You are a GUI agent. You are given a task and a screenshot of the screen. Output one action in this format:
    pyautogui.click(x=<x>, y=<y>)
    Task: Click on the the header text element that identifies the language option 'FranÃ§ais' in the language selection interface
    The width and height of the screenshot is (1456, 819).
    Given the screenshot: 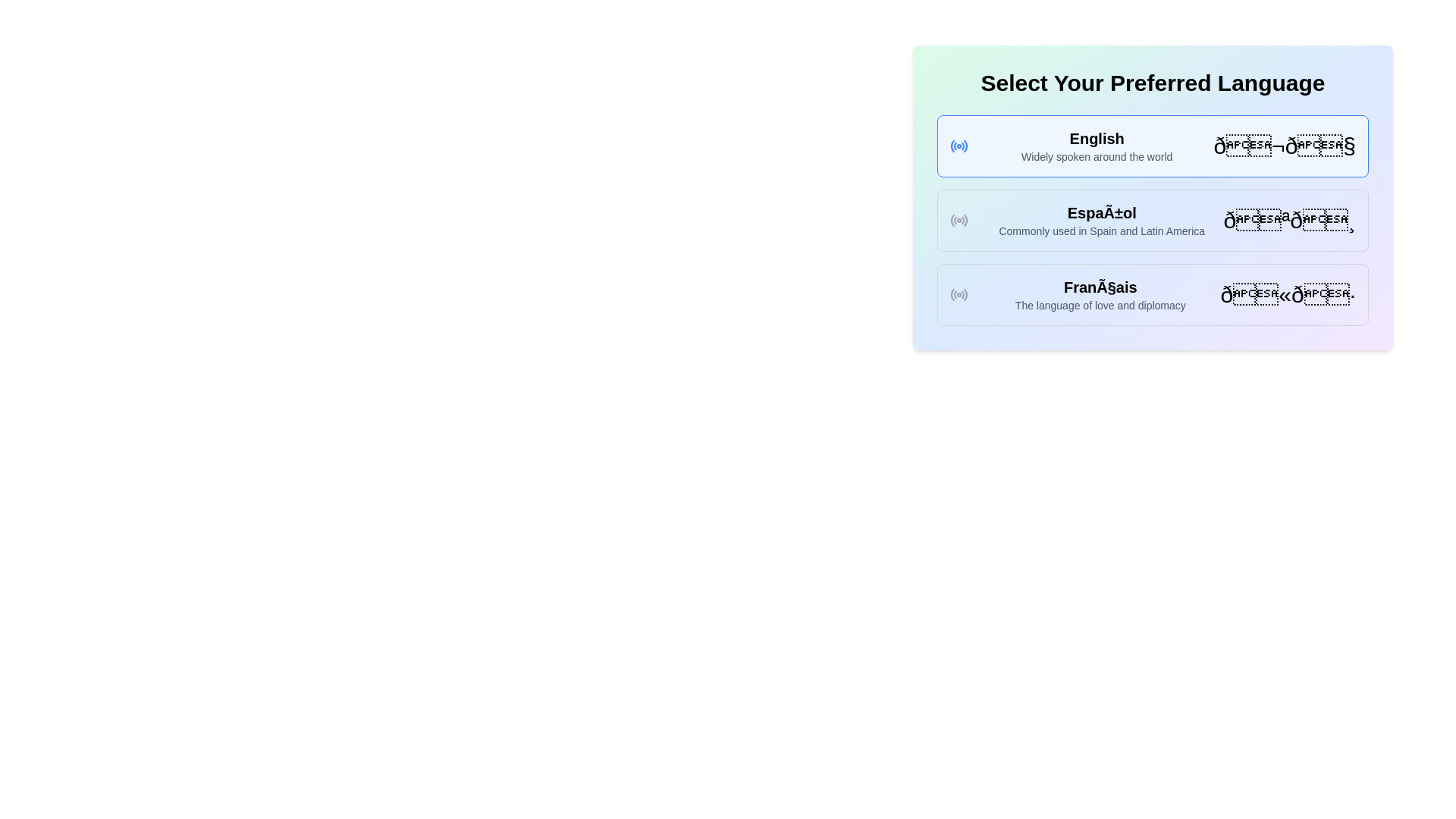 What is the action you would take?
    pyautogui.click(x=1100, y=287)
    